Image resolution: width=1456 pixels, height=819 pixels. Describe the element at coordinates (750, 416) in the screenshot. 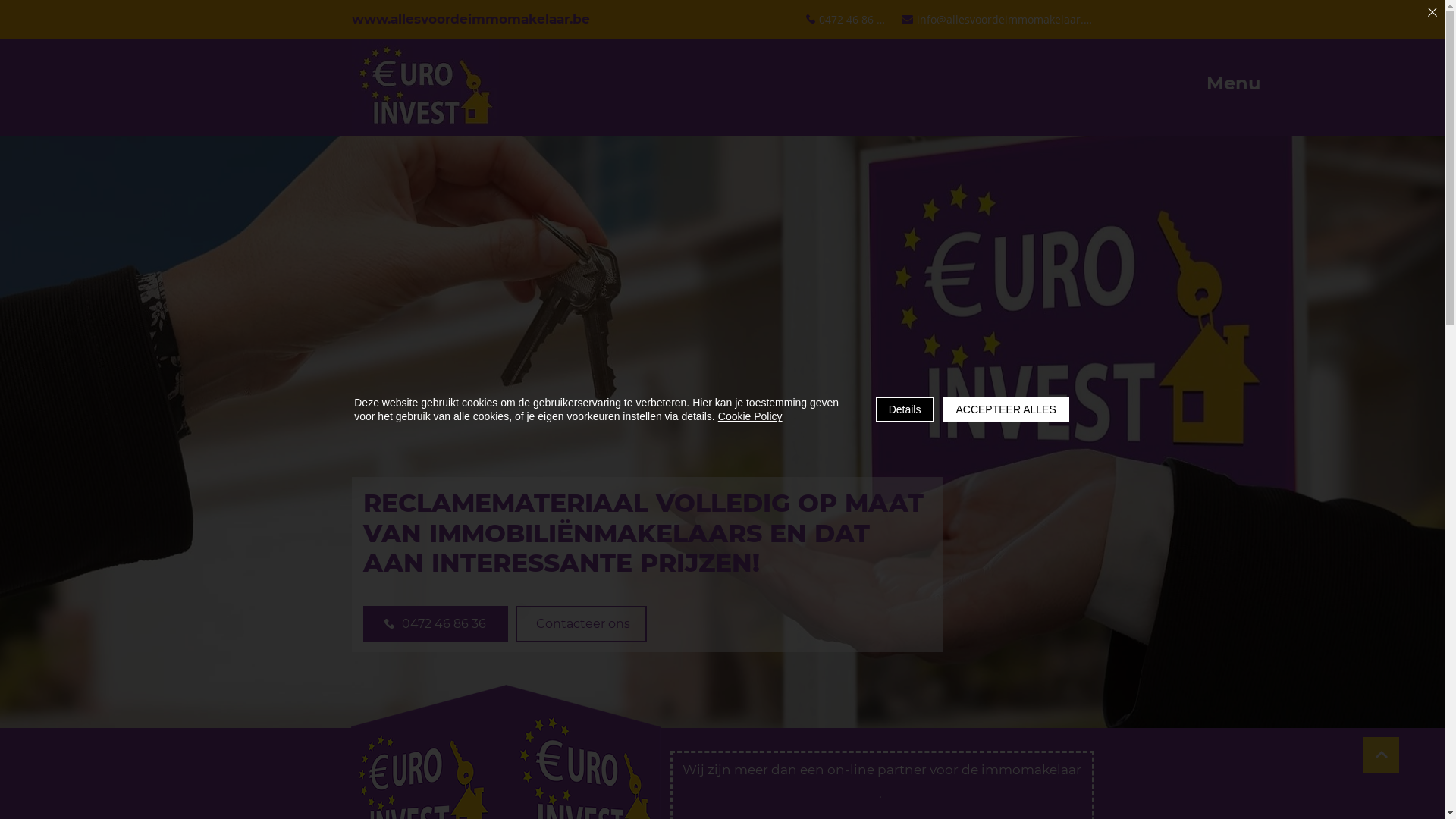

I see `'Cookie Policy'` at that location.